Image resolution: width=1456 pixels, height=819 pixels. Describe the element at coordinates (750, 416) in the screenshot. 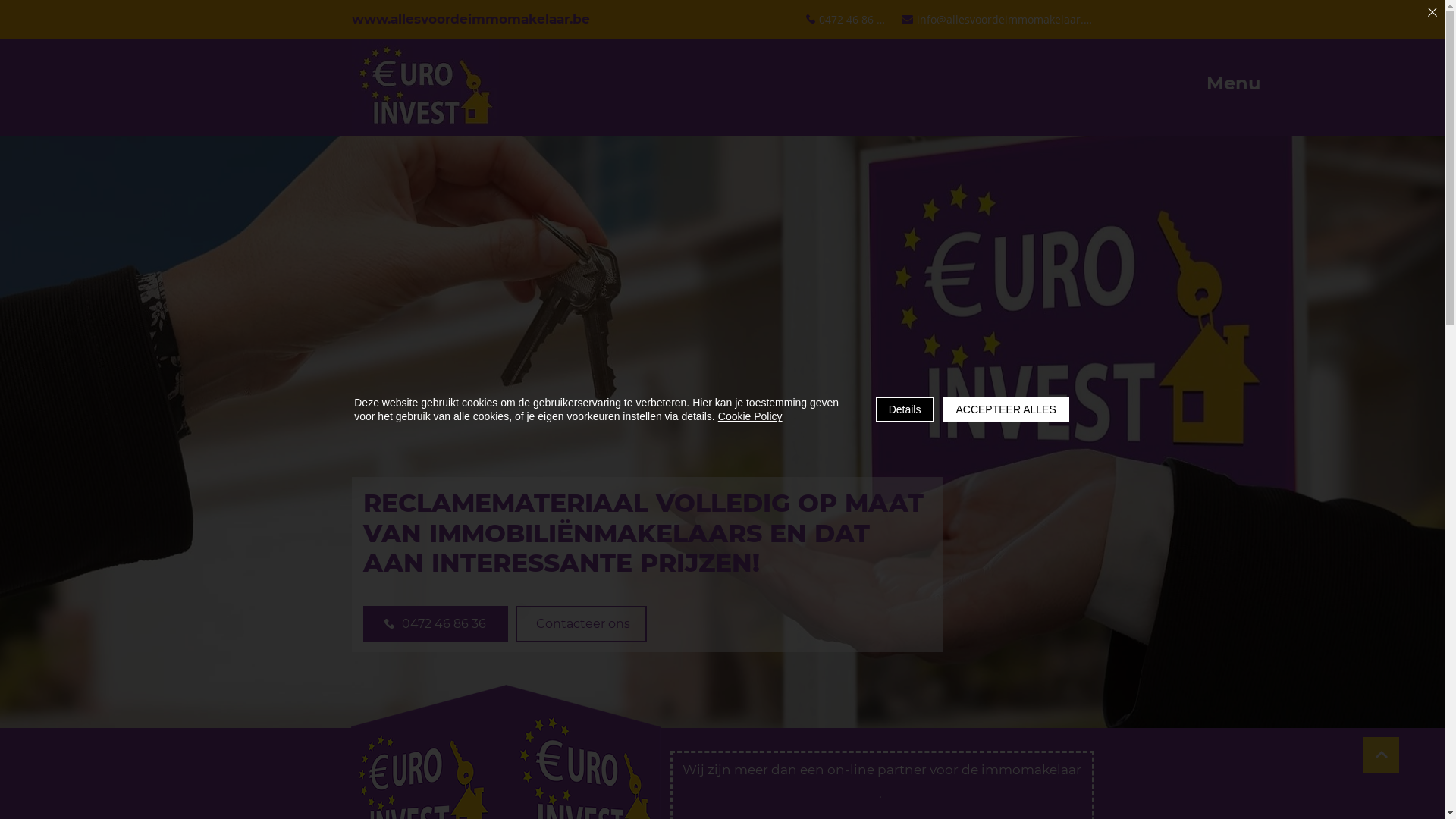

I see `'Cookie Policy'` at that location.